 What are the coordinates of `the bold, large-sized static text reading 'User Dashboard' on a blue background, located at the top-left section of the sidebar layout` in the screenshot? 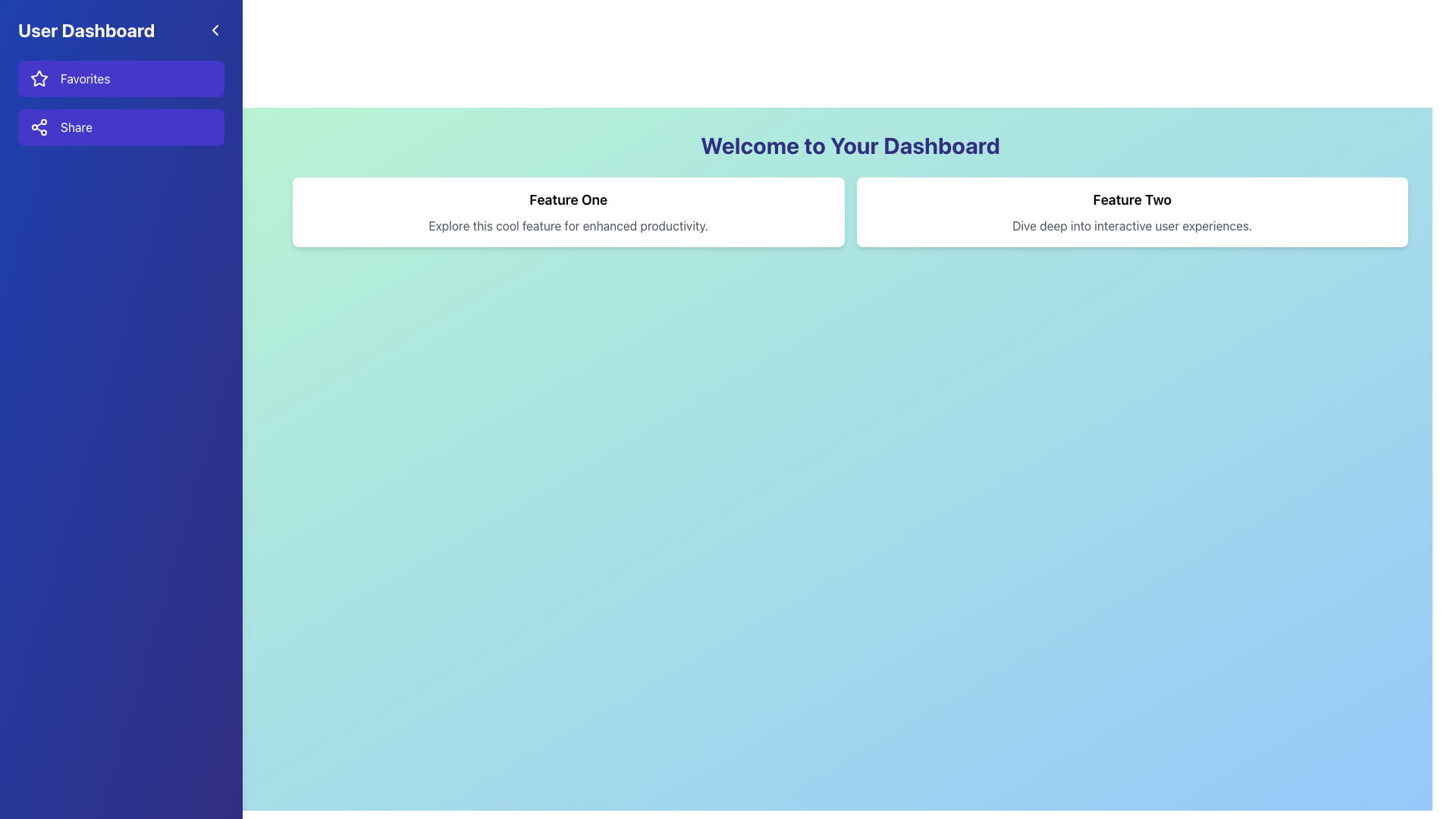 It's located at (86, 30).